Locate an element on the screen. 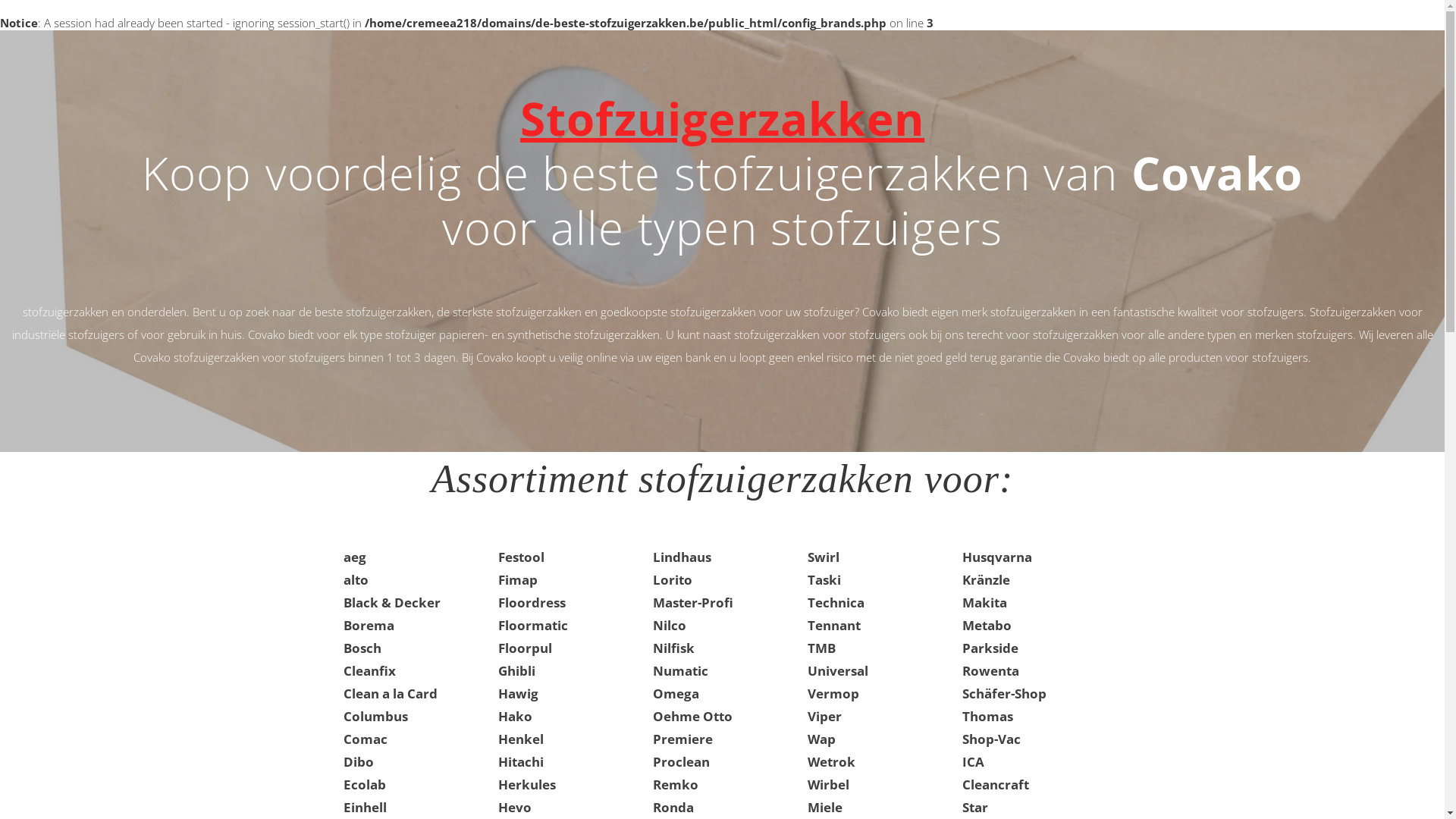  'Ghibli' is located at coordinates (516, 670).